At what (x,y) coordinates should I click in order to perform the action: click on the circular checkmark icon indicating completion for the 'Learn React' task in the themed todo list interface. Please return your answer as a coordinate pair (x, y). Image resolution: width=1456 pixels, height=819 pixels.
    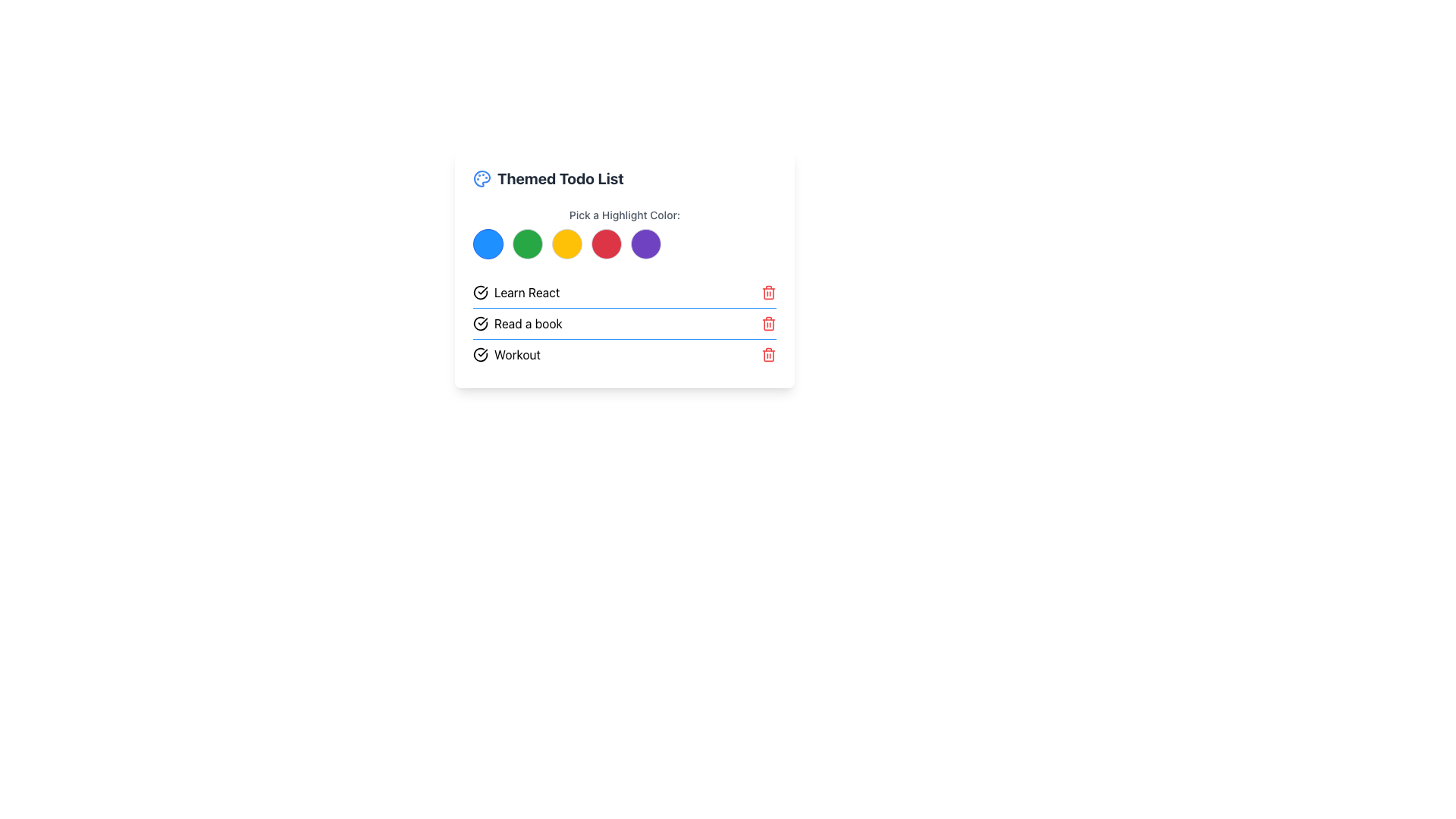
    Looking at the image, I should click on (479, 292).